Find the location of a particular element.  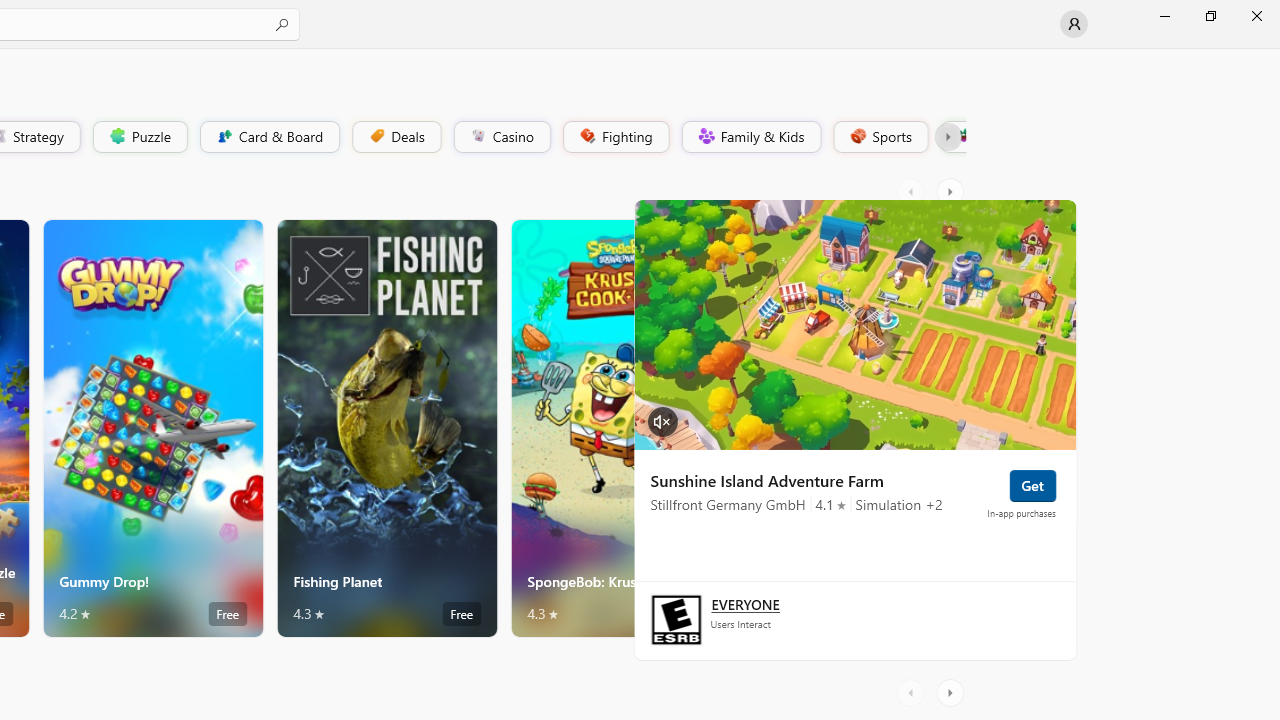

'Close Microsoft Store' is located at coordinates (1255, 15).